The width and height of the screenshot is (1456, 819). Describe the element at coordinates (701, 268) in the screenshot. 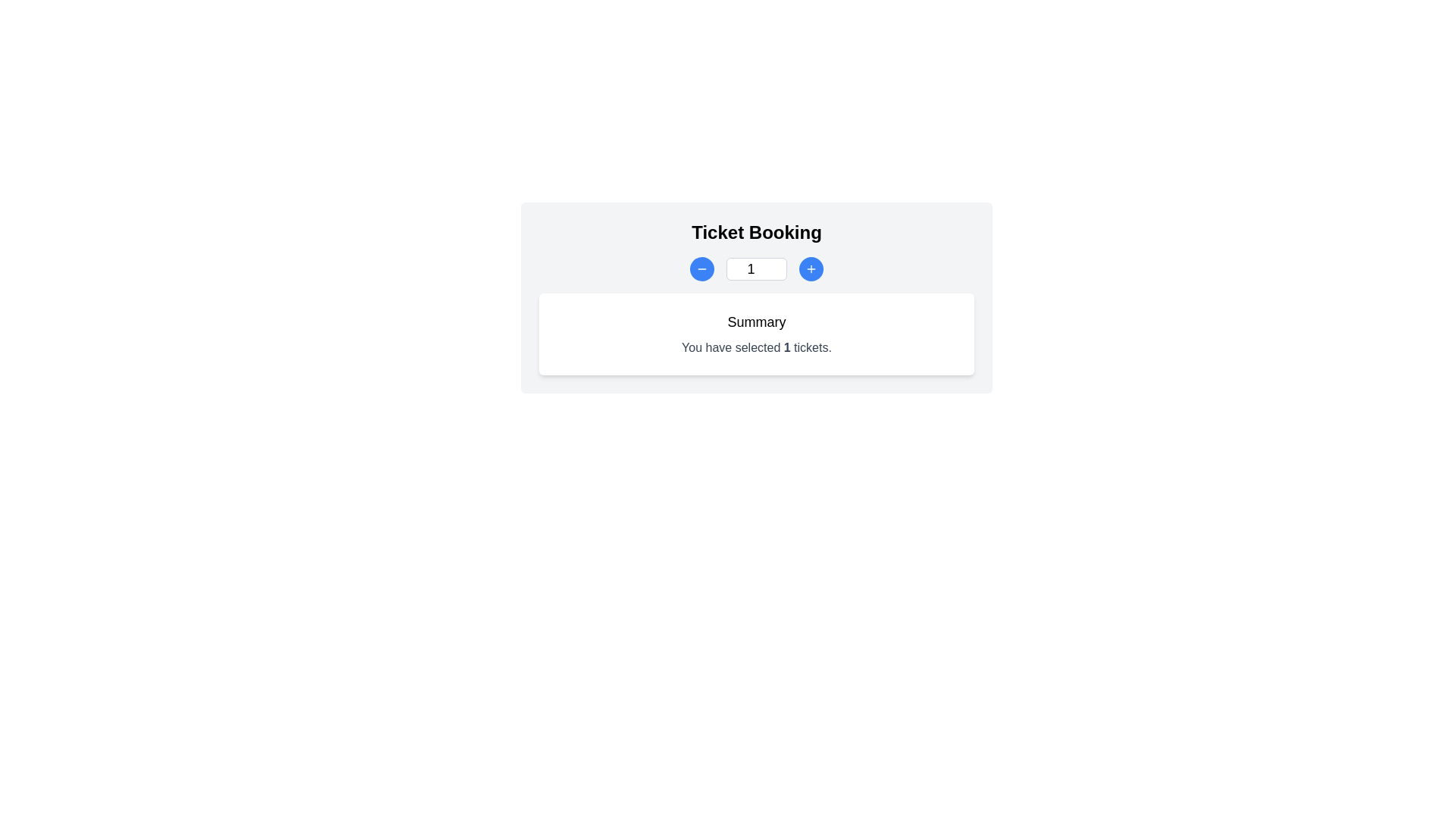

I see `the centered minus icon inside the blue circular button to decrease the count in the 'Ticket Booking' UI section` at that location.